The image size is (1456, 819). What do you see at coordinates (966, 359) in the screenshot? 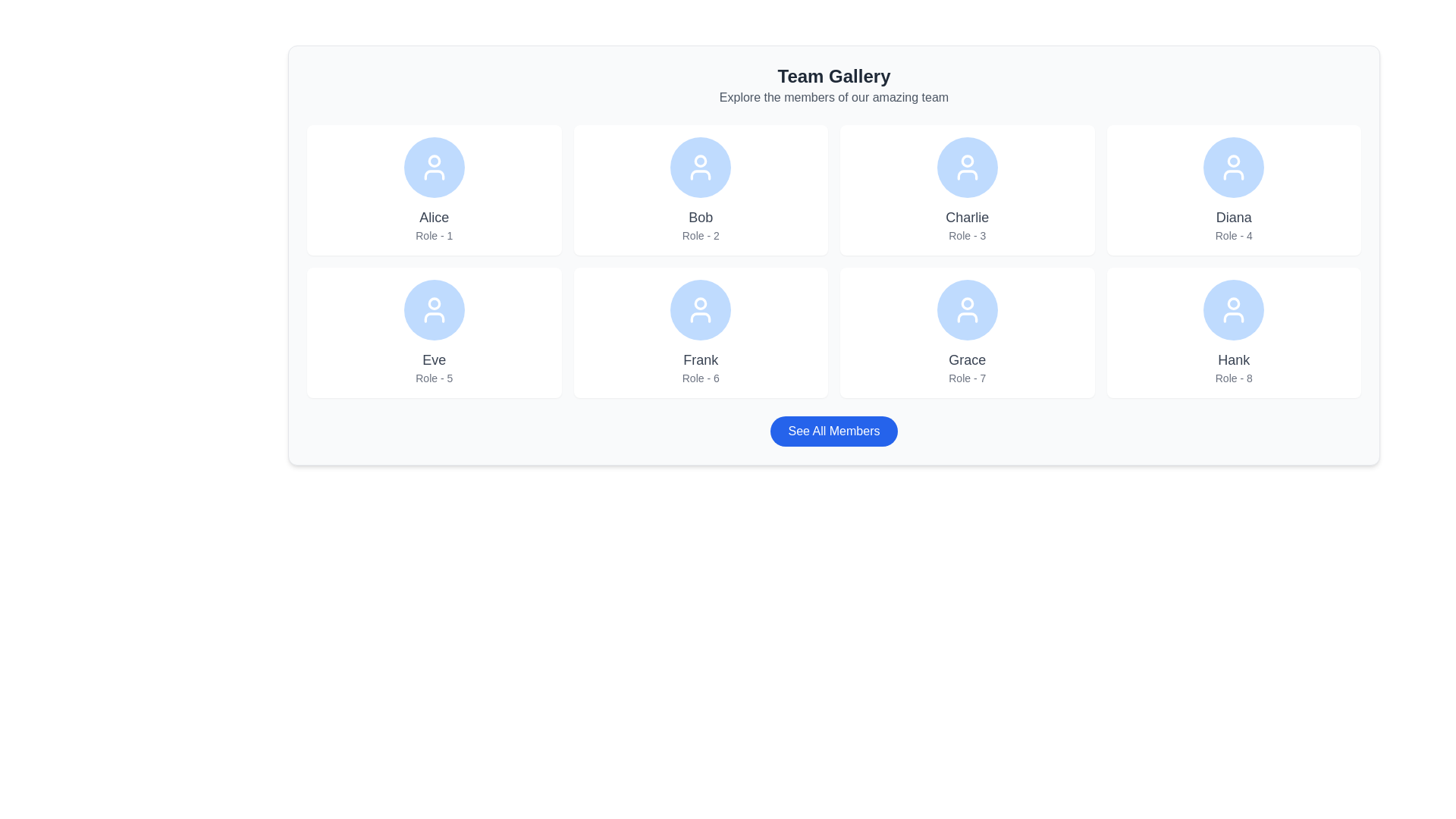
I see `styling of the text element displaying a team member's name, located at the bottom center of the card layout, below the avatar icon and above the description` at bounding box center [966, 359].